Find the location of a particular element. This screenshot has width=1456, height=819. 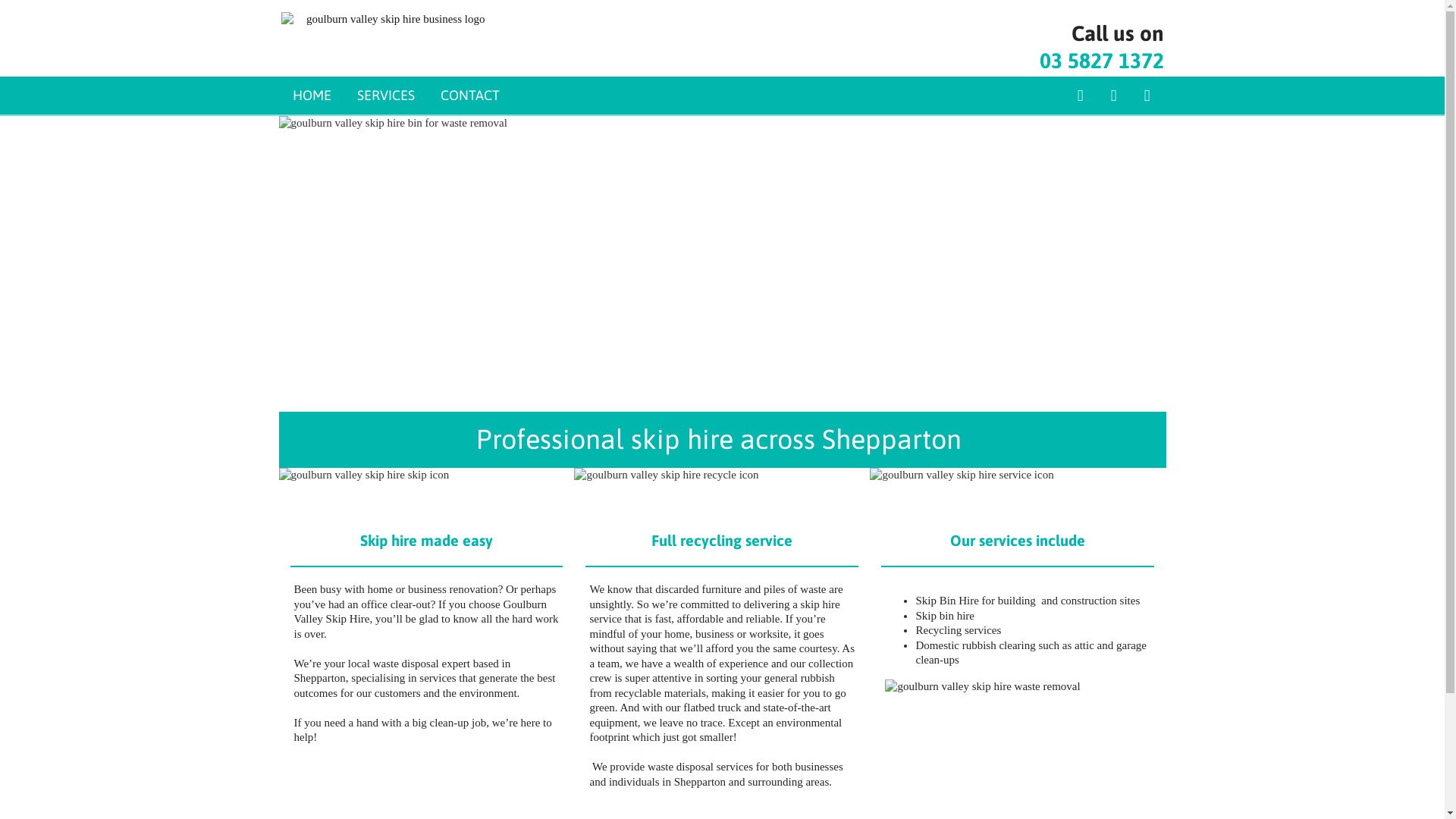

'HOME' is located at coordinates (311, 96).